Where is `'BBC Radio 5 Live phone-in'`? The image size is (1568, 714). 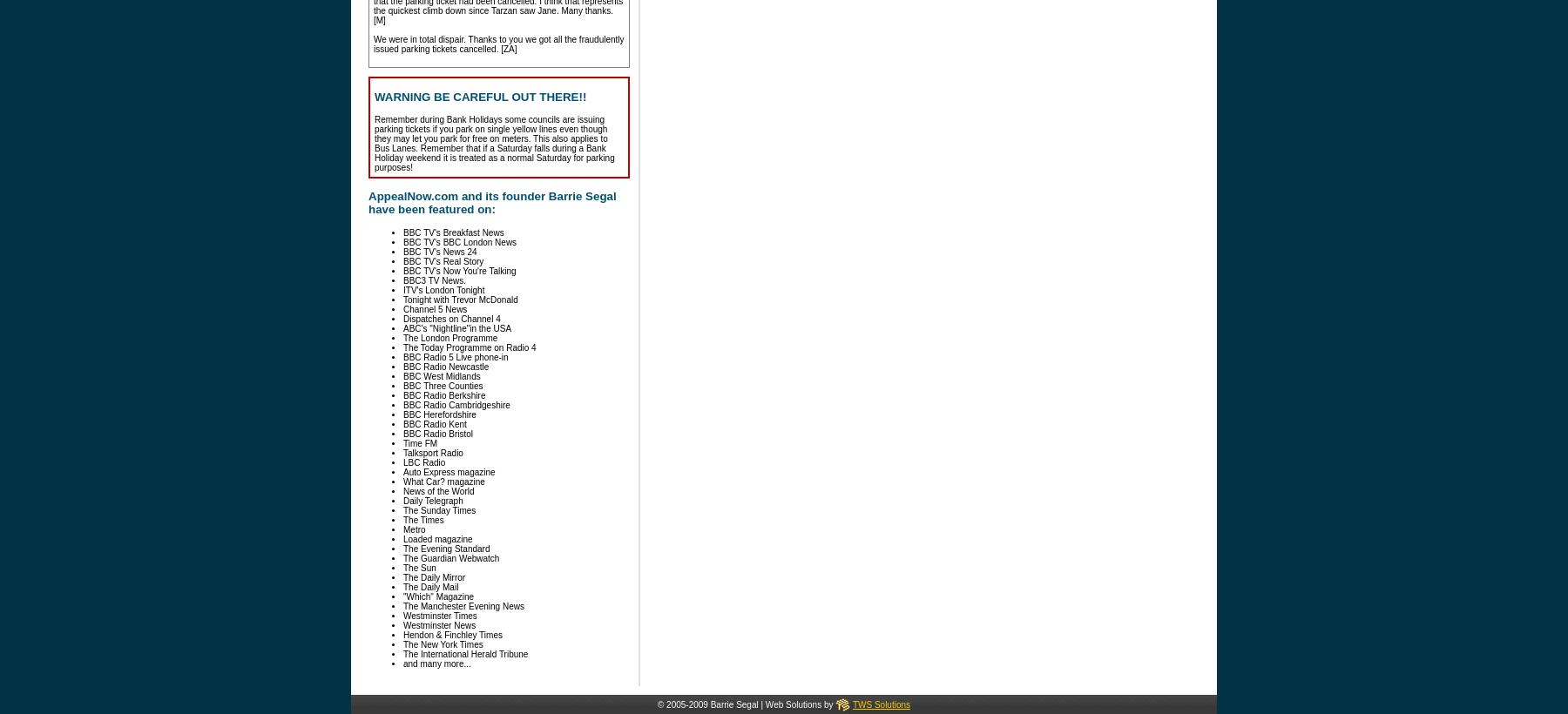
'BBC Radio 5 Live phone-in' is located at coordinates (455, 356).